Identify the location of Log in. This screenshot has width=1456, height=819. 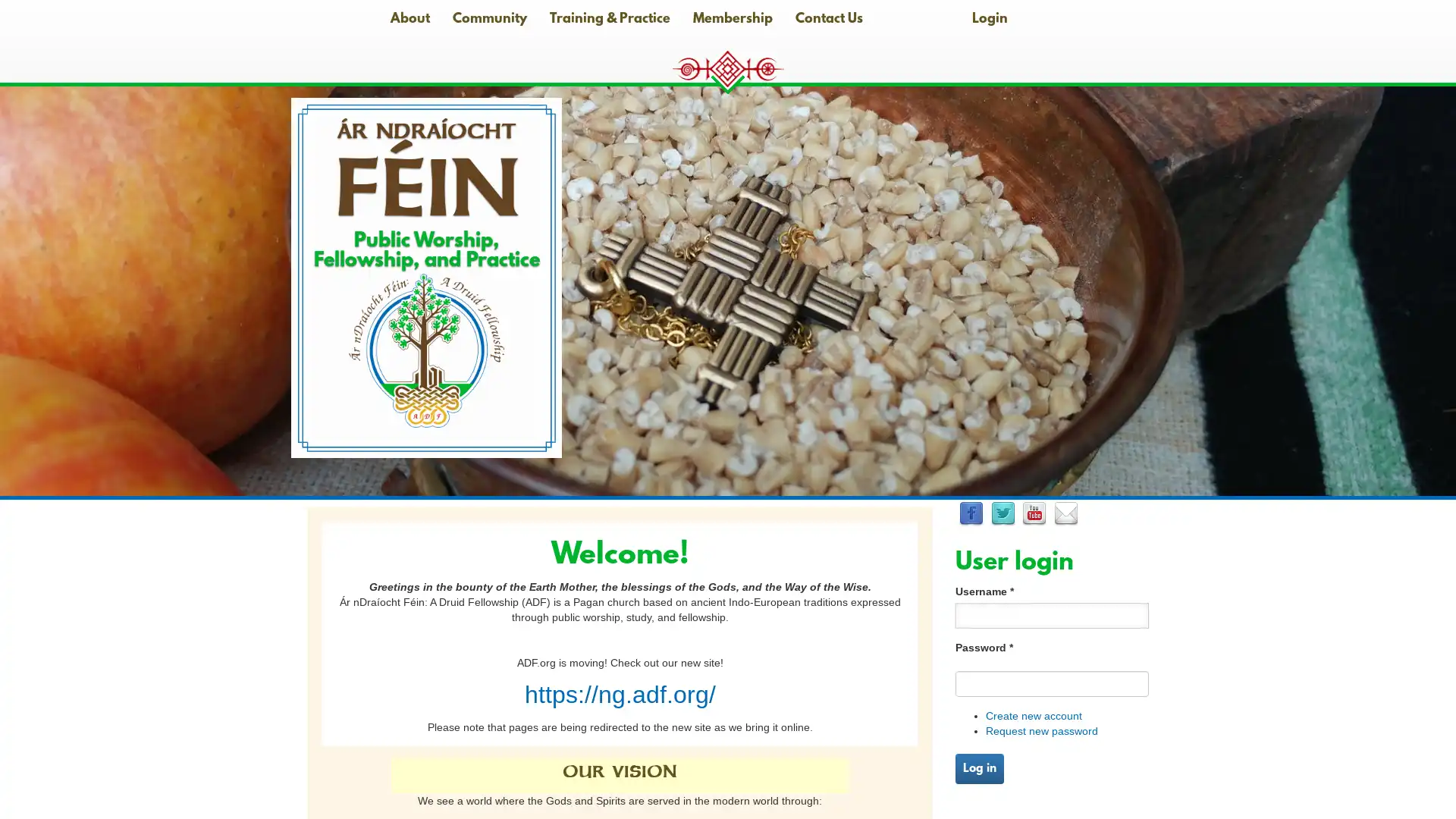
(979, 768).